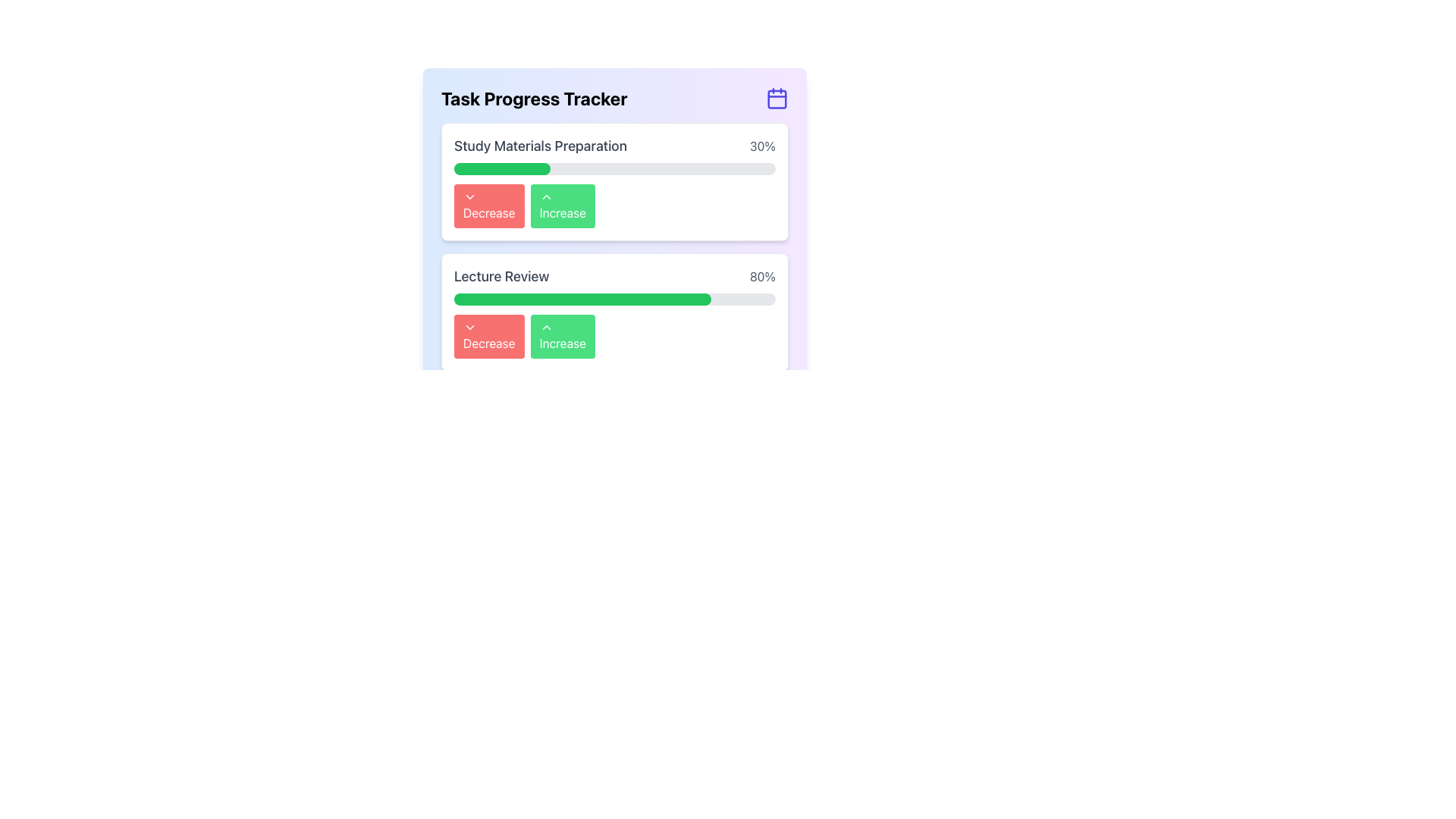 This screenshot has width=1456, height=819. What do you see at coordinates (615, 99) in the screenshot?
I see `the 'Task Progress Tracker' header` at bounding box center [615, 99].